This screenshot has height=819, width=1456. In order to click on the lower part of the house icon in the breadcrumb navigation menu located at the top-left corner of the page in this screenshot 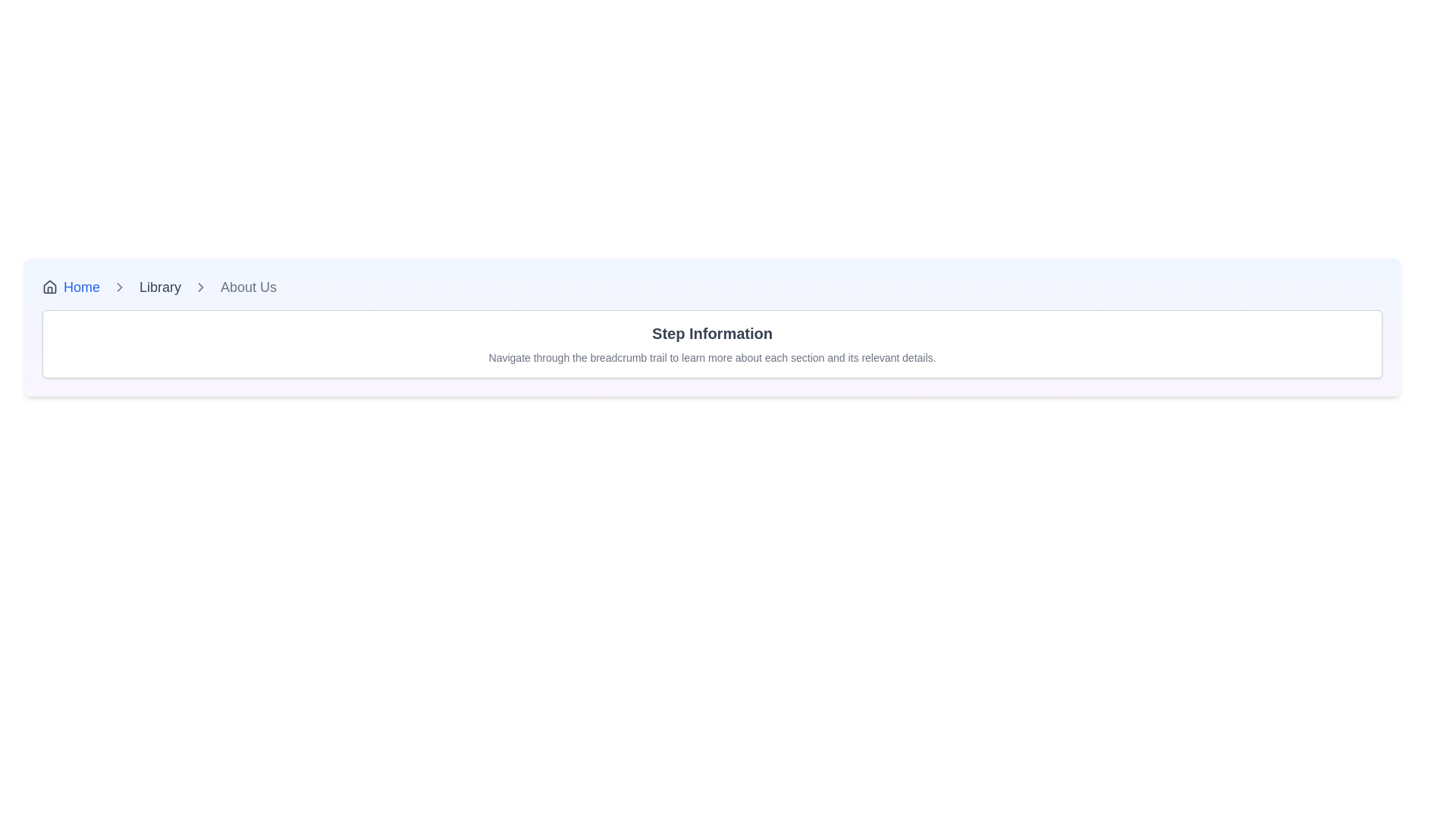, I will do `click(50, 287)`.